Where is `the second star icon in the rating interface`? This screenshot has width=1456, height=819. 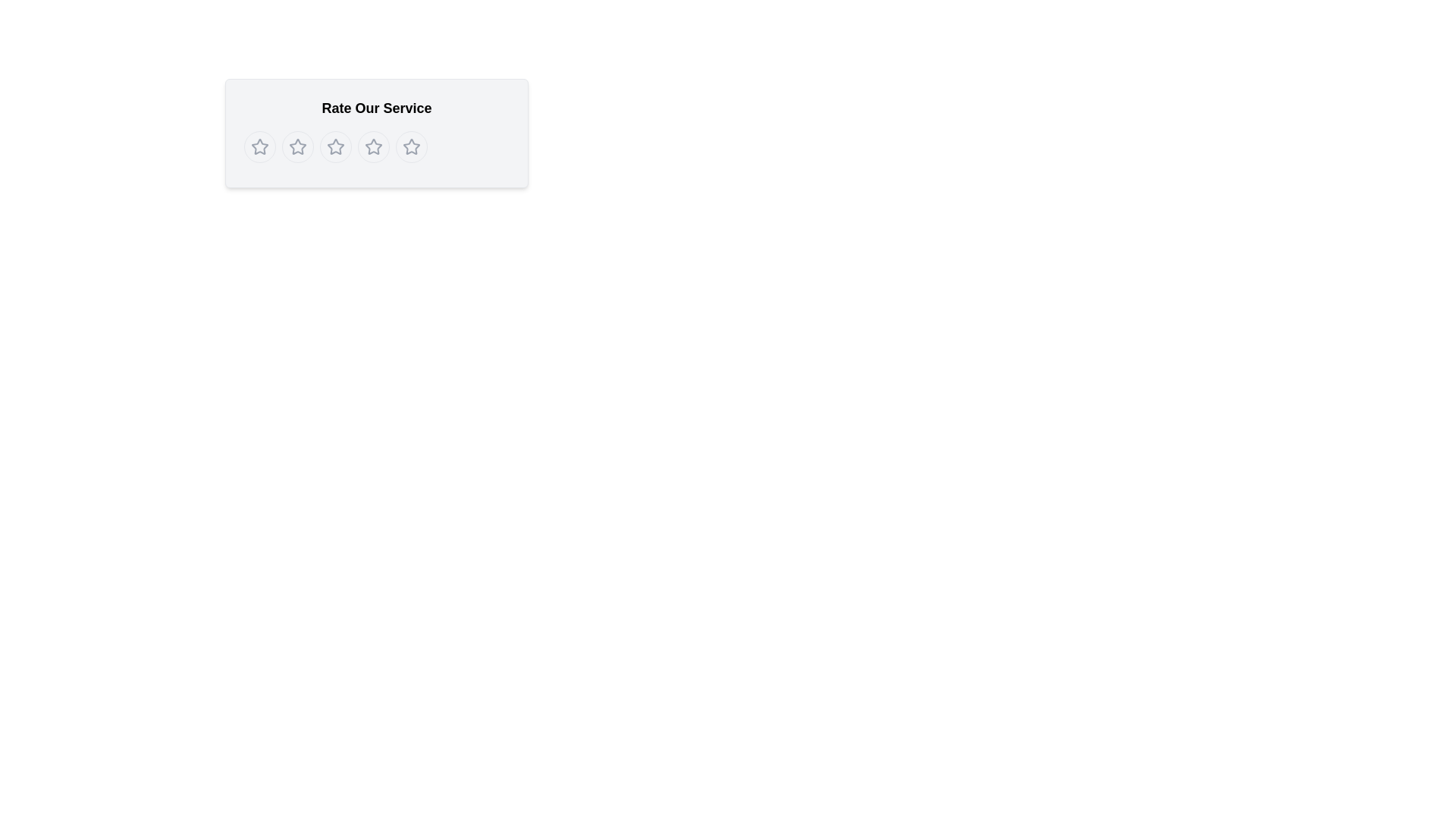
the second star icon in the rating interface is located at coordinates (298, 146).